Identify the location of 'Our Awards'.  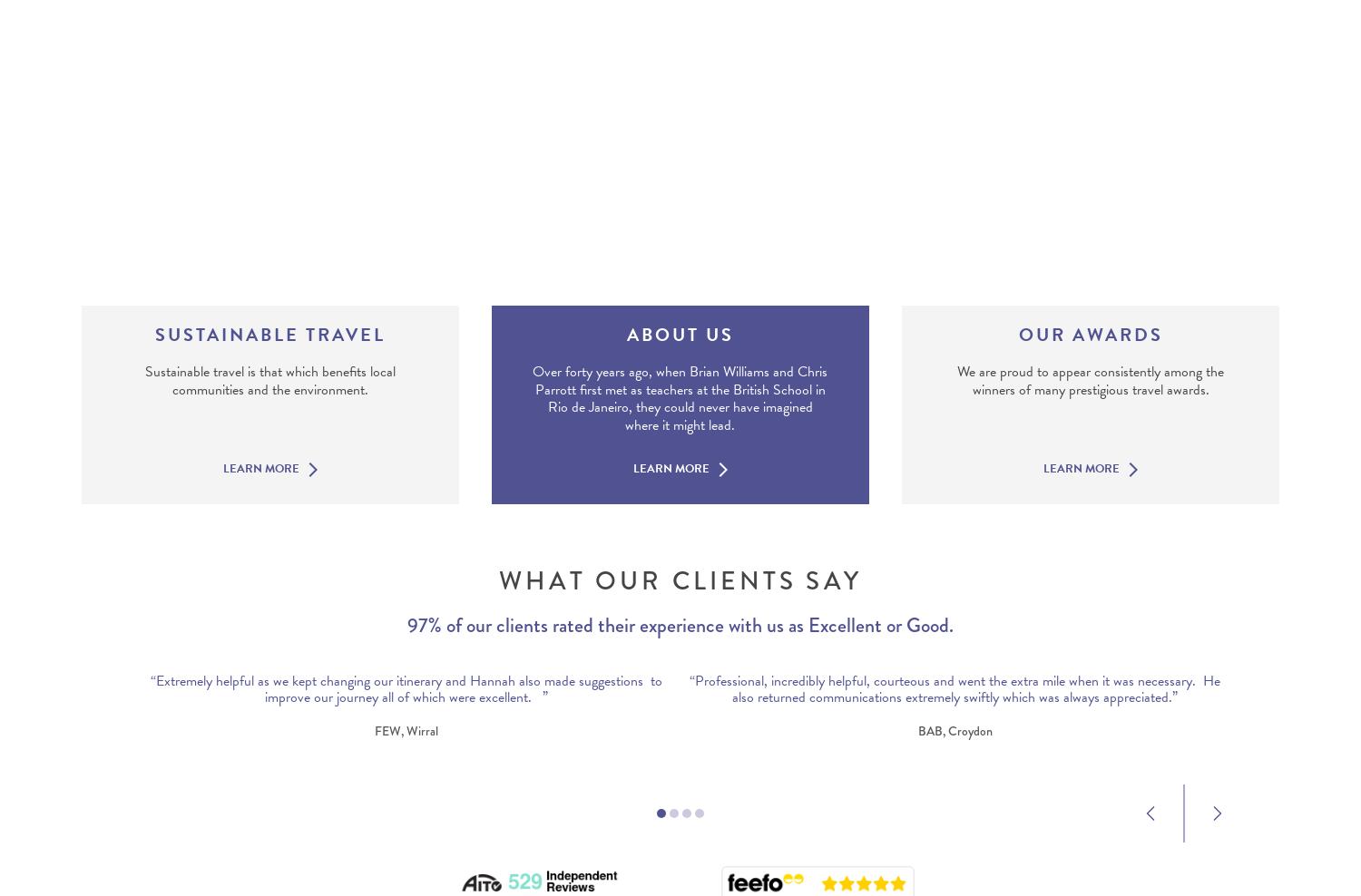
(1089, 334).